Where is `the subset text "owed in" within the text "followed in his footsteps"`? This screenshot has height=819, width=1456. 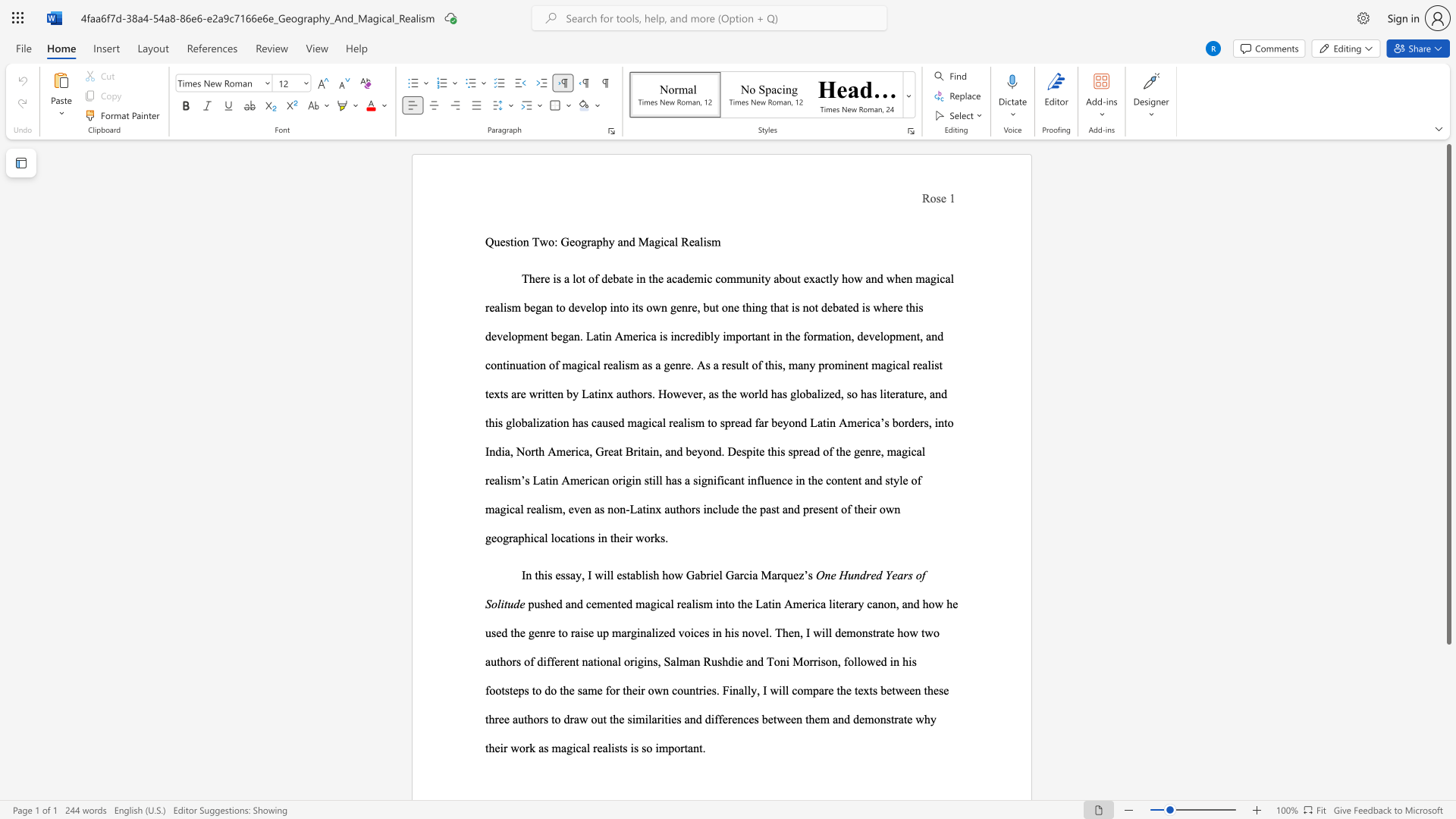
the subset text "owed in" within the text "followed in his footsteps" is located at coordinates (861, 661).